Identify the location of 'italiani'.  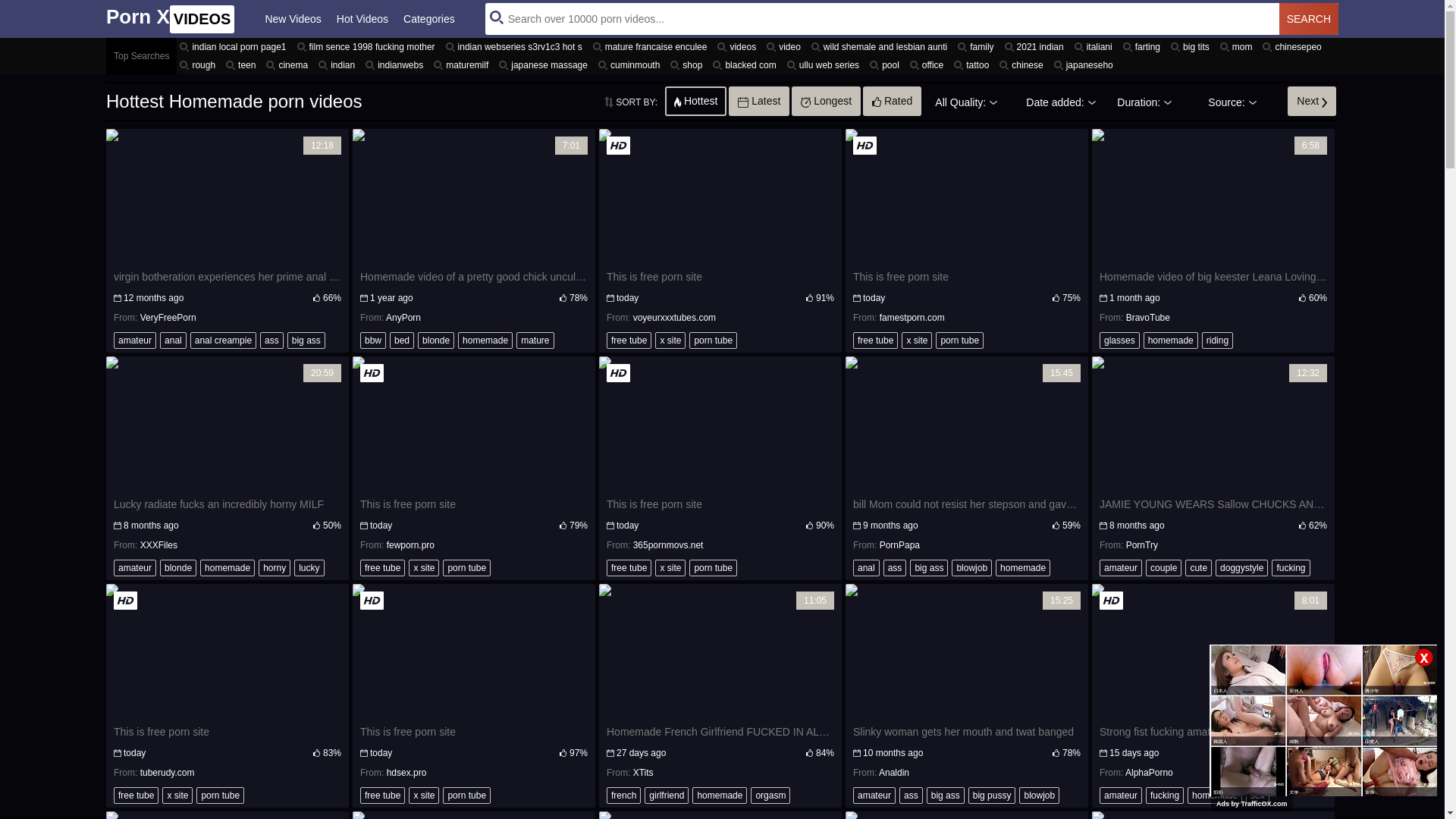
(1070, 45).